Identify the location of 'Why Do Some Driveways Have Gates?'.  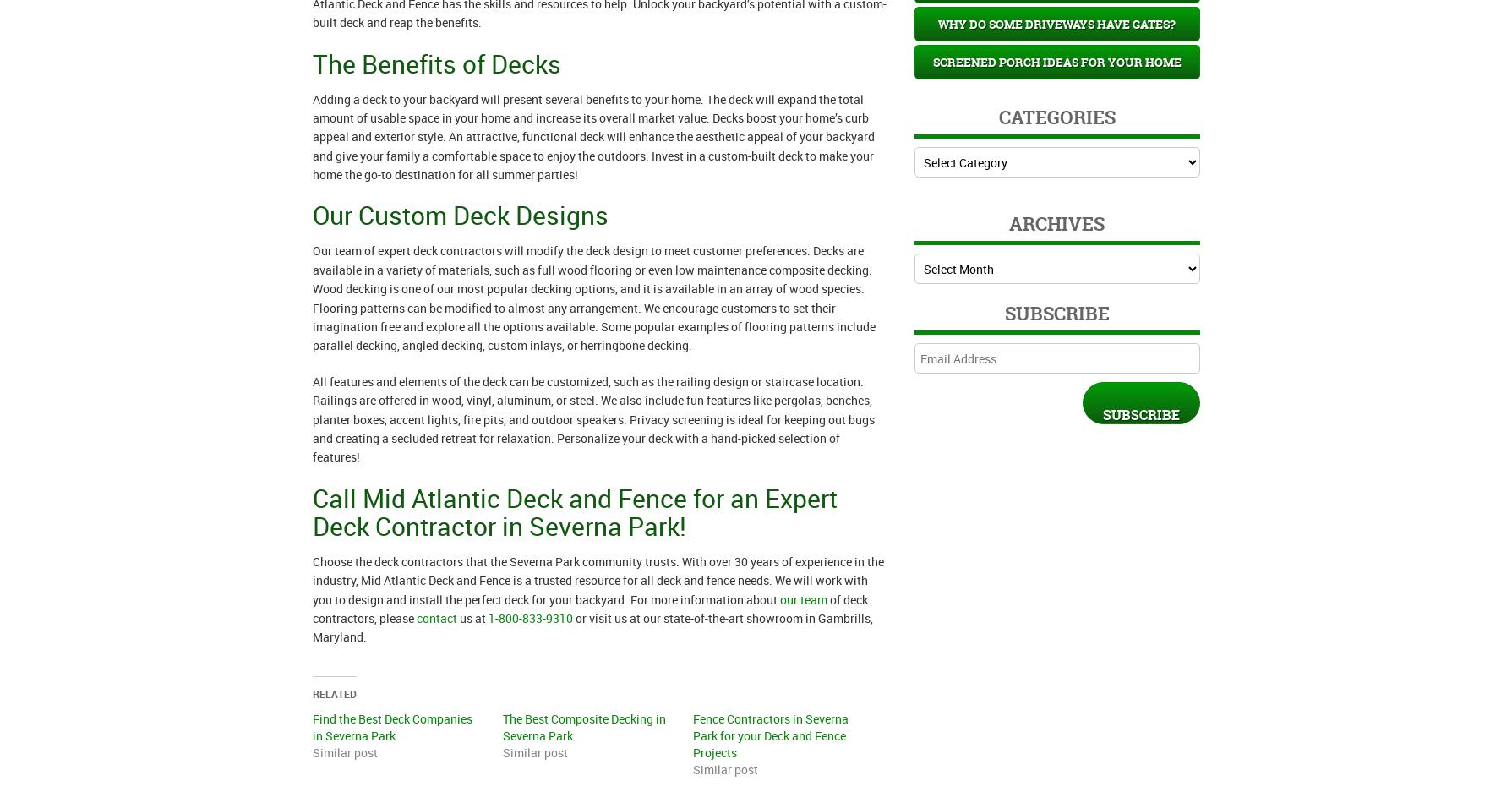
(1056, 23).